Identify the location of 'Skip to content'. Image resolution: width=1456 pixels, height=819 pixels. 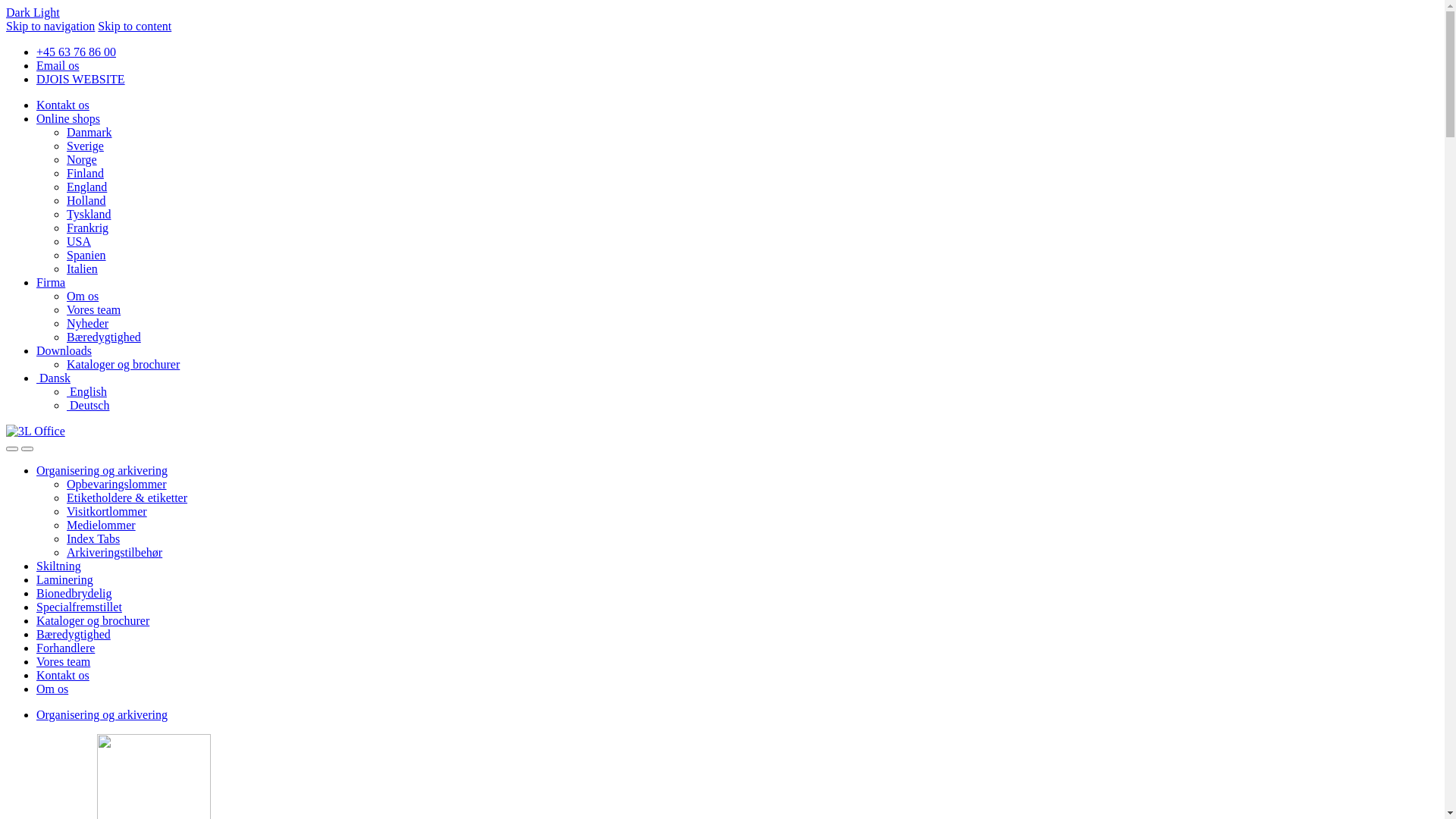
(134, 26).